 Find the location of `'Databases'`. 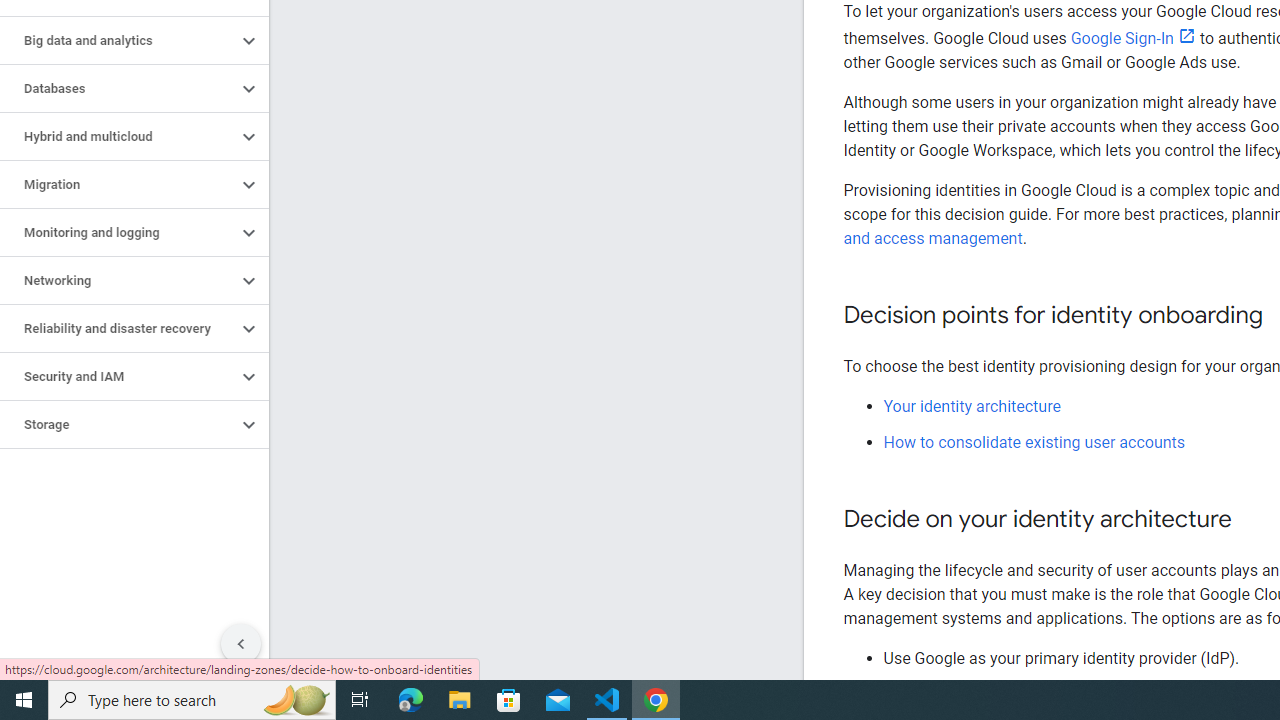

'Databases' is located at coordinates (117, 87).